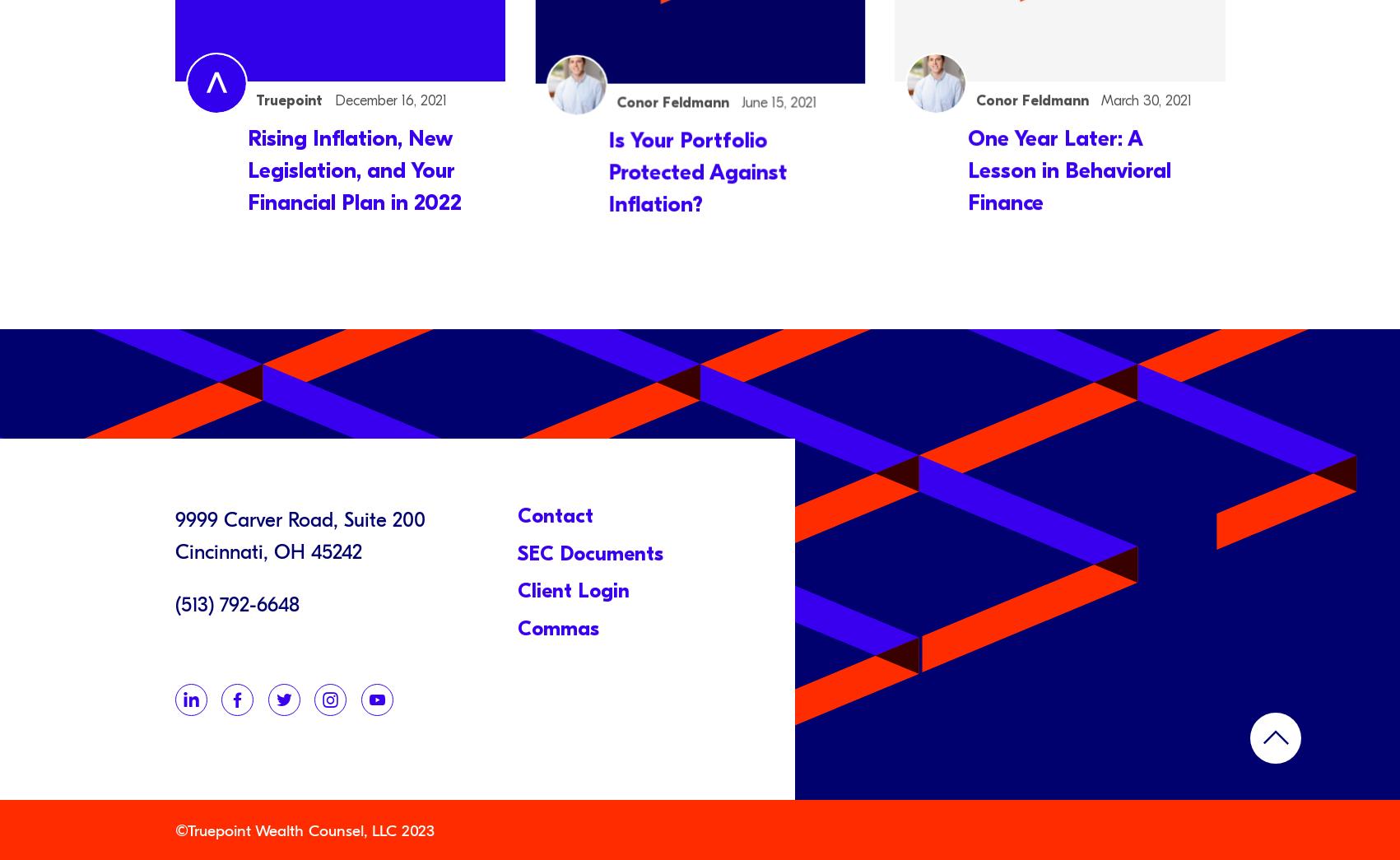 The height and width of the screenshot is (860, 1400). I want to click on 'Contact', so click(517, 514).